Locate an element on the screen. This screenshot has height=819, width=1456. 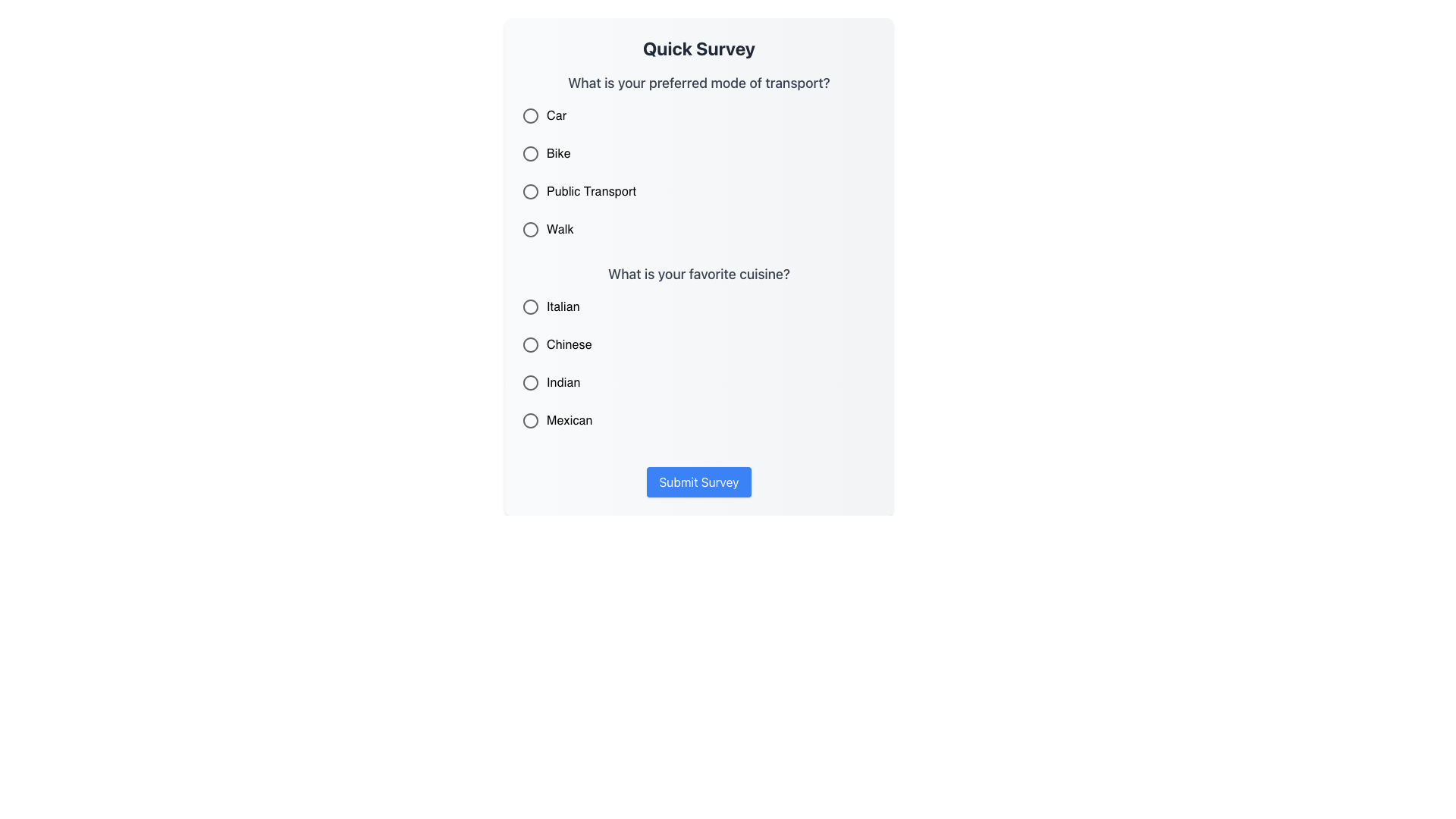
the radio button for the survey option 'Public Transport', which is the third option under the question 'What is your preferred mode of transport?' is located at coordinates (531, 191).